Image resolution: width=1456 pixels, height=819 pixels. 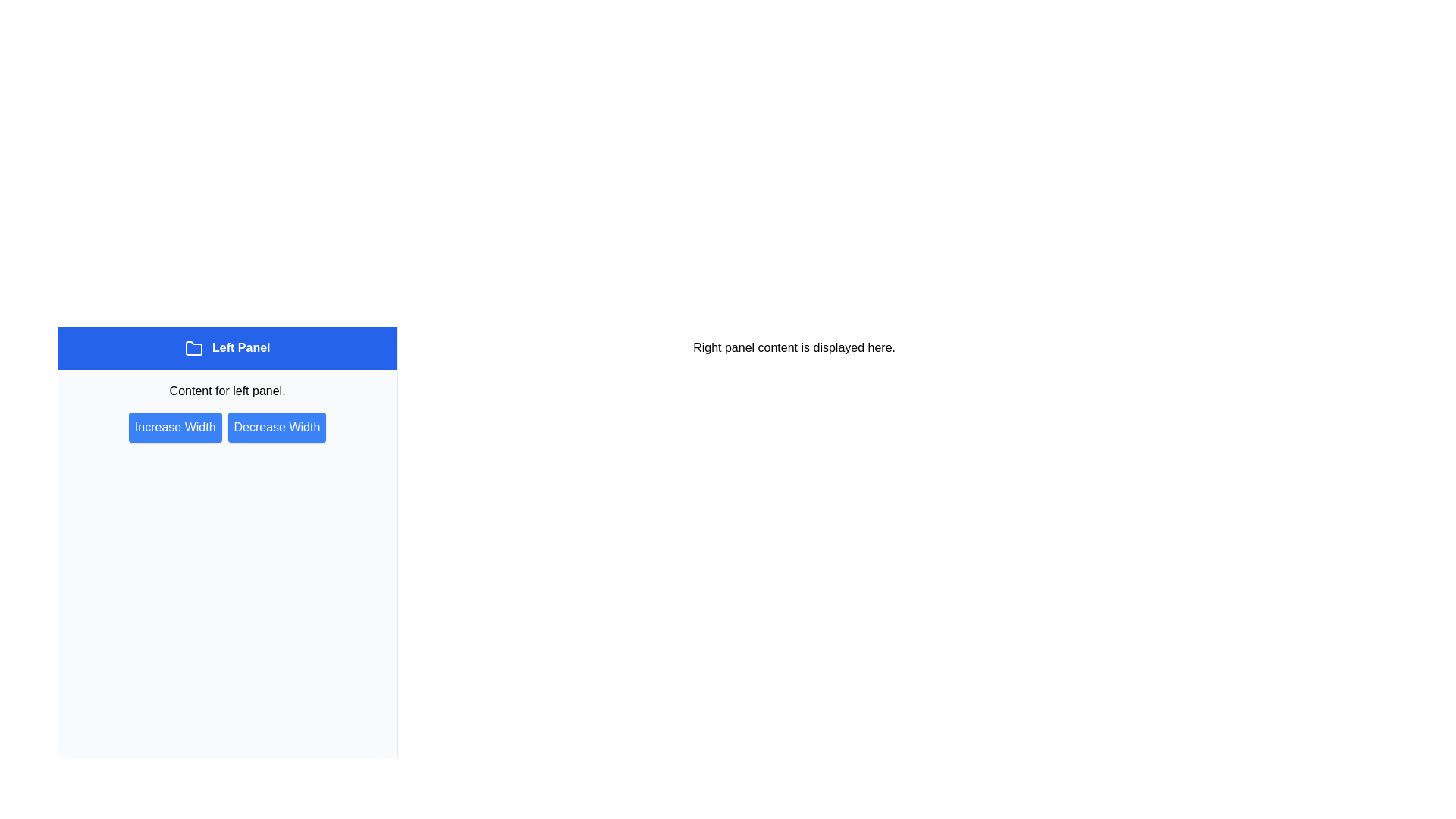 What do you see at coordinates (277, 427) in the screenshot?
I see `the 'Decrease Width' button located in the bottom section of the left panel` at bounding box center [277, 427].